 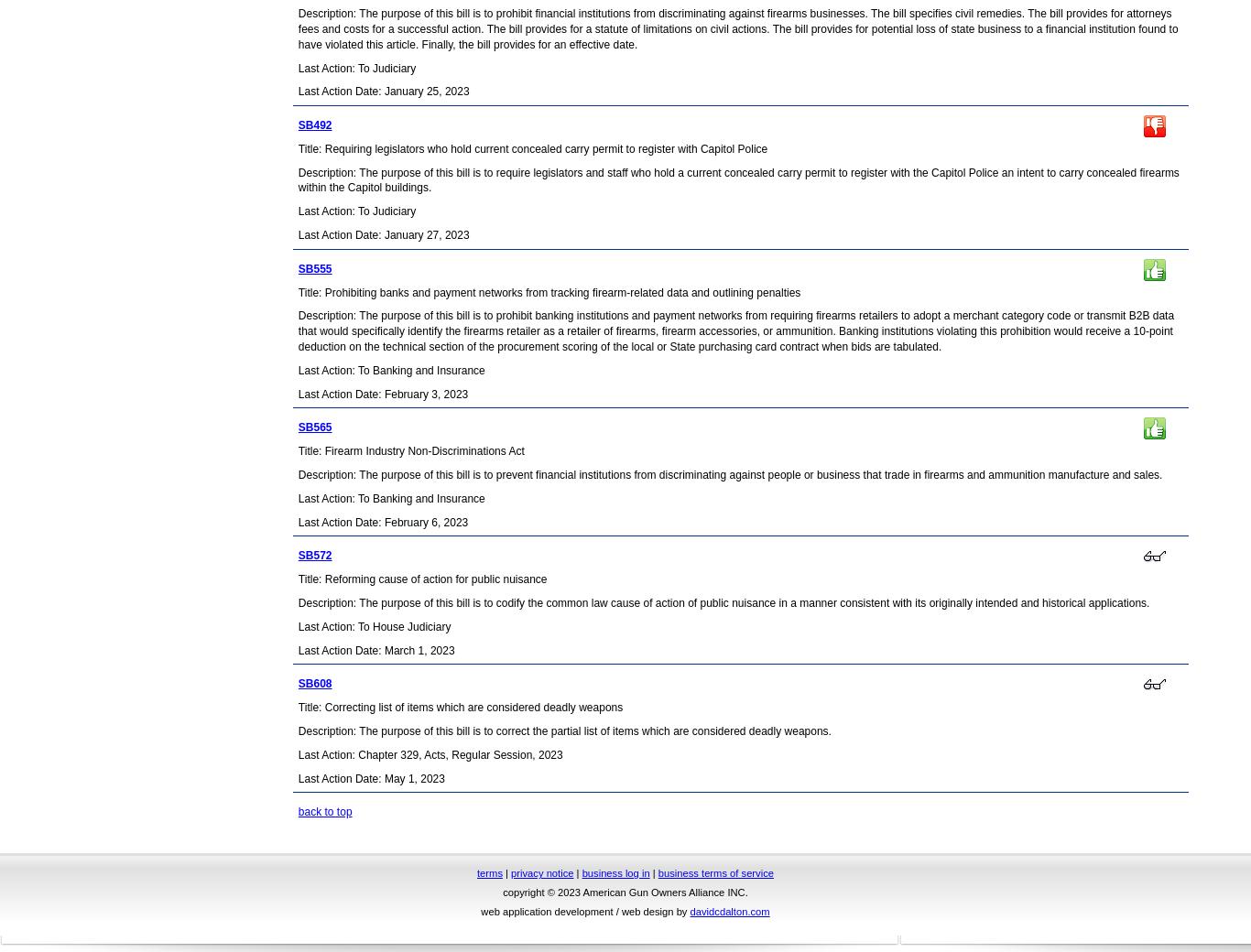 I want to click on 'SB572', so click(x=313, y=555).